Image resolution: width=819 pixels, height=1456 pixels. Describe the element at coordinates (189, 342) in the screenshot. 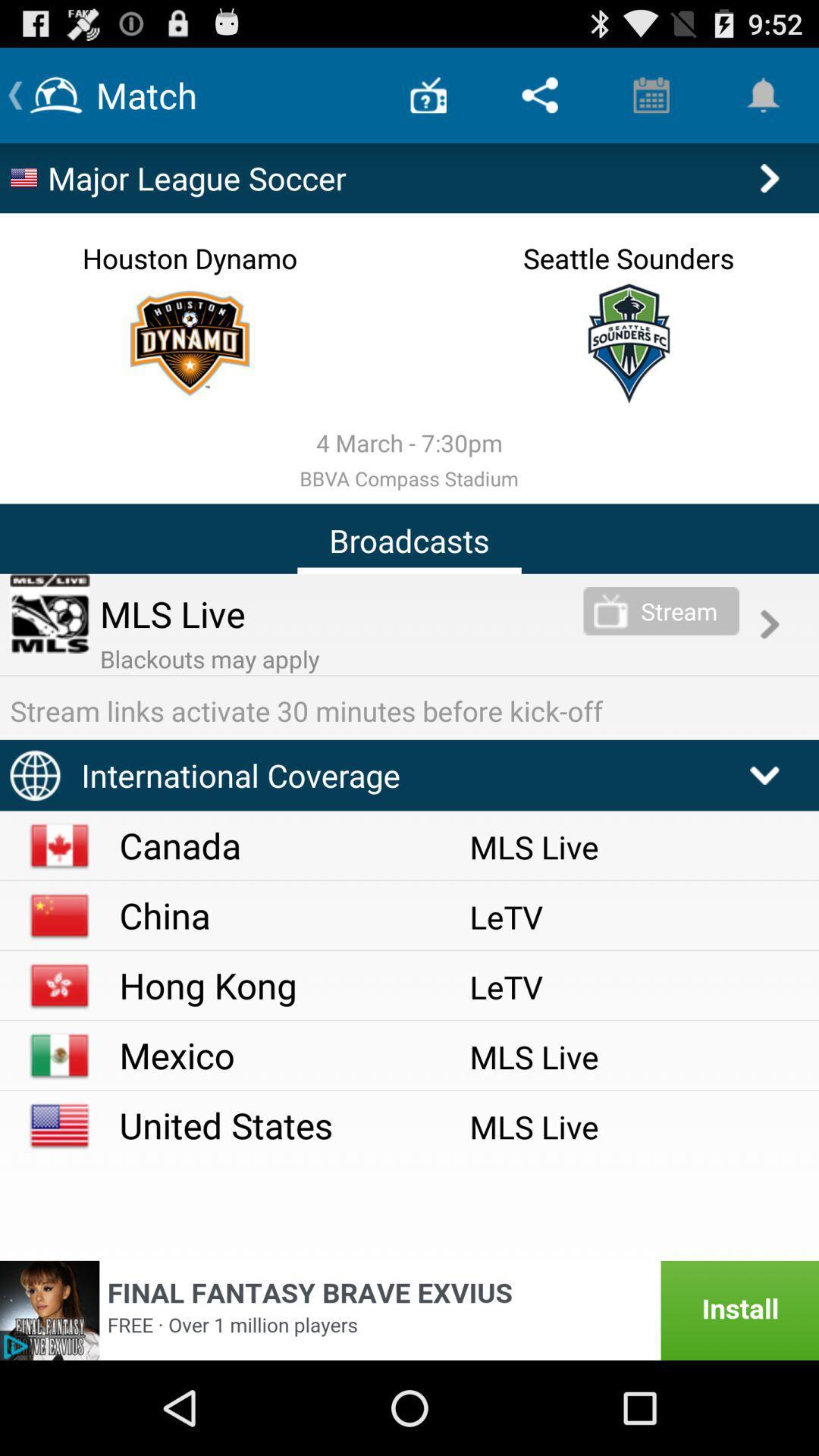

I see `specific team` at that location.